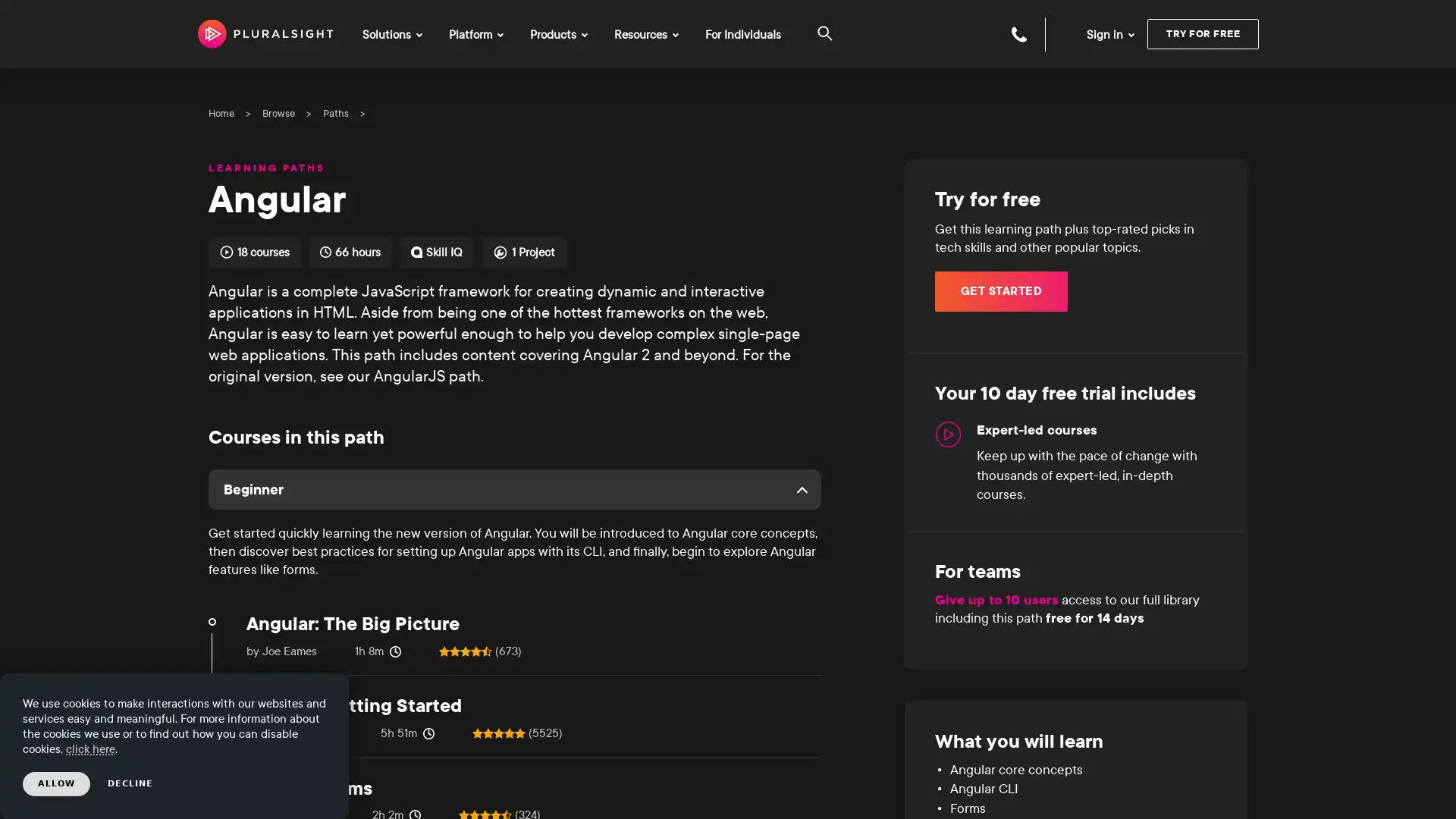 This screenshot has width=1456, height=819. I want to click on ALLOW, so click(56, 783).